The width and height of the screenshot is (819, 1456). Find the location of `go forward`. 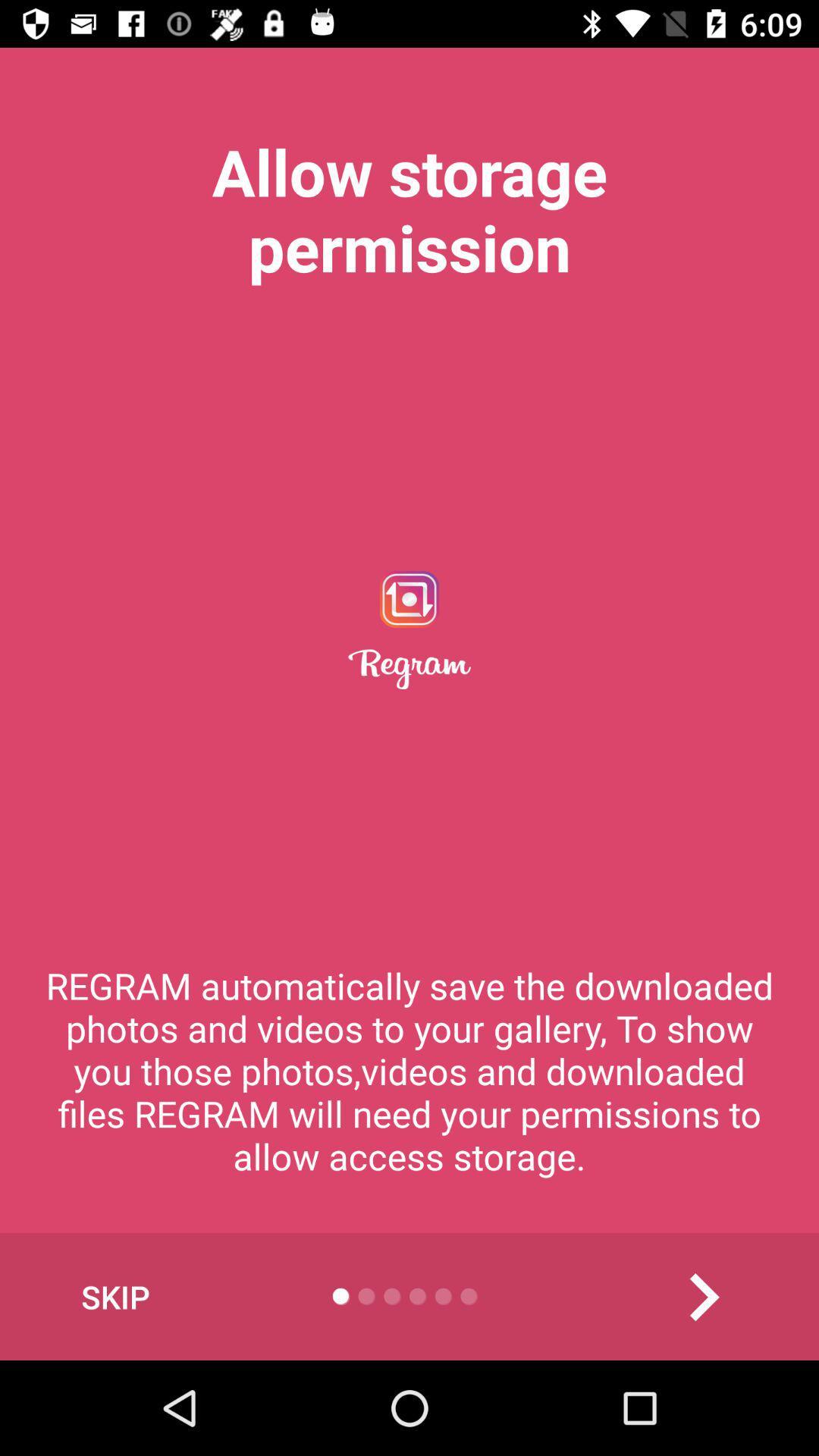

go forward is located at coordinates (703, 1296).